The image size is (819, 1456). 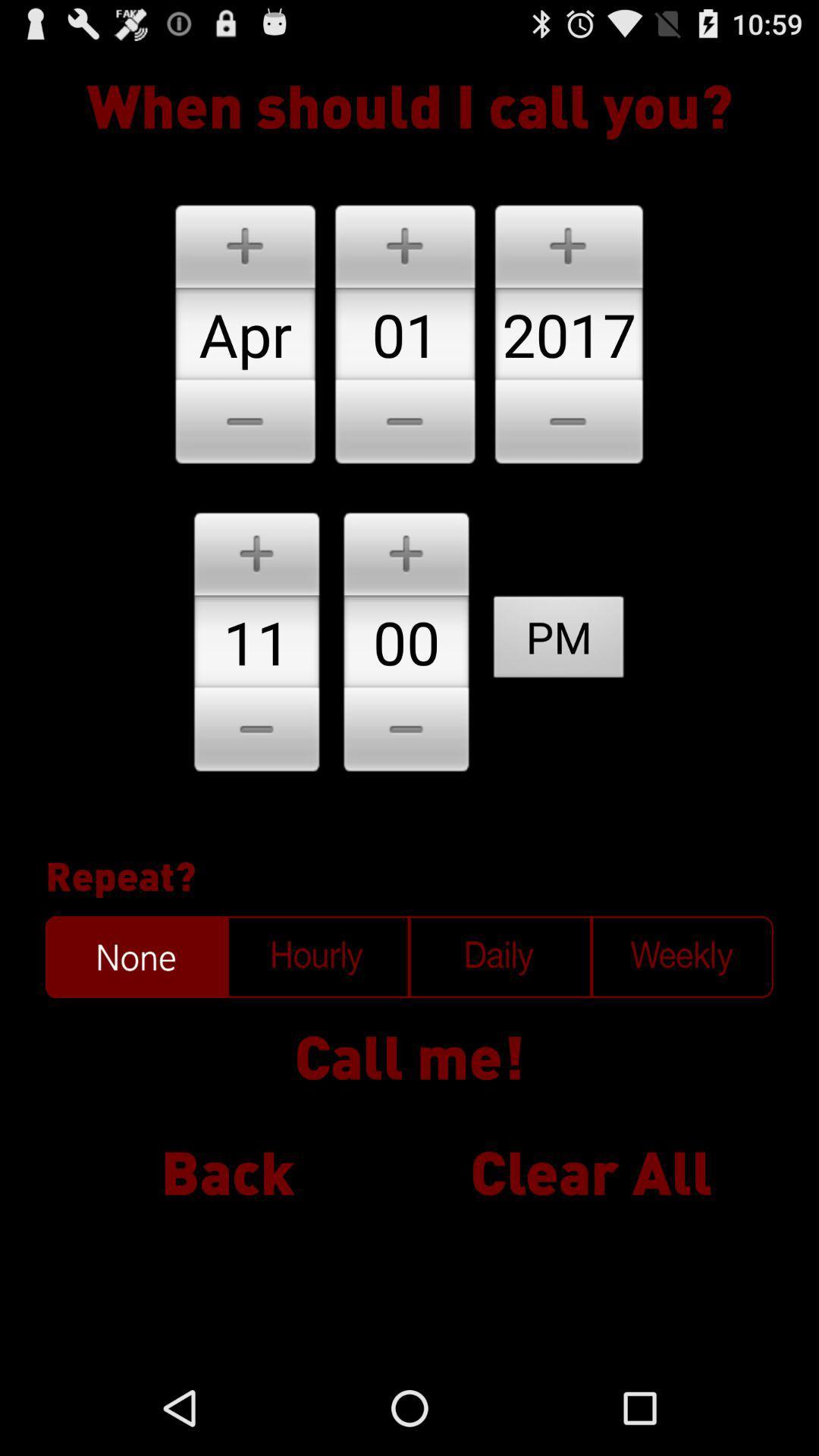 What do you see at coordinates (500, 956) in the screenshot?
I see `to call daily` at bounding box center [500, 956].